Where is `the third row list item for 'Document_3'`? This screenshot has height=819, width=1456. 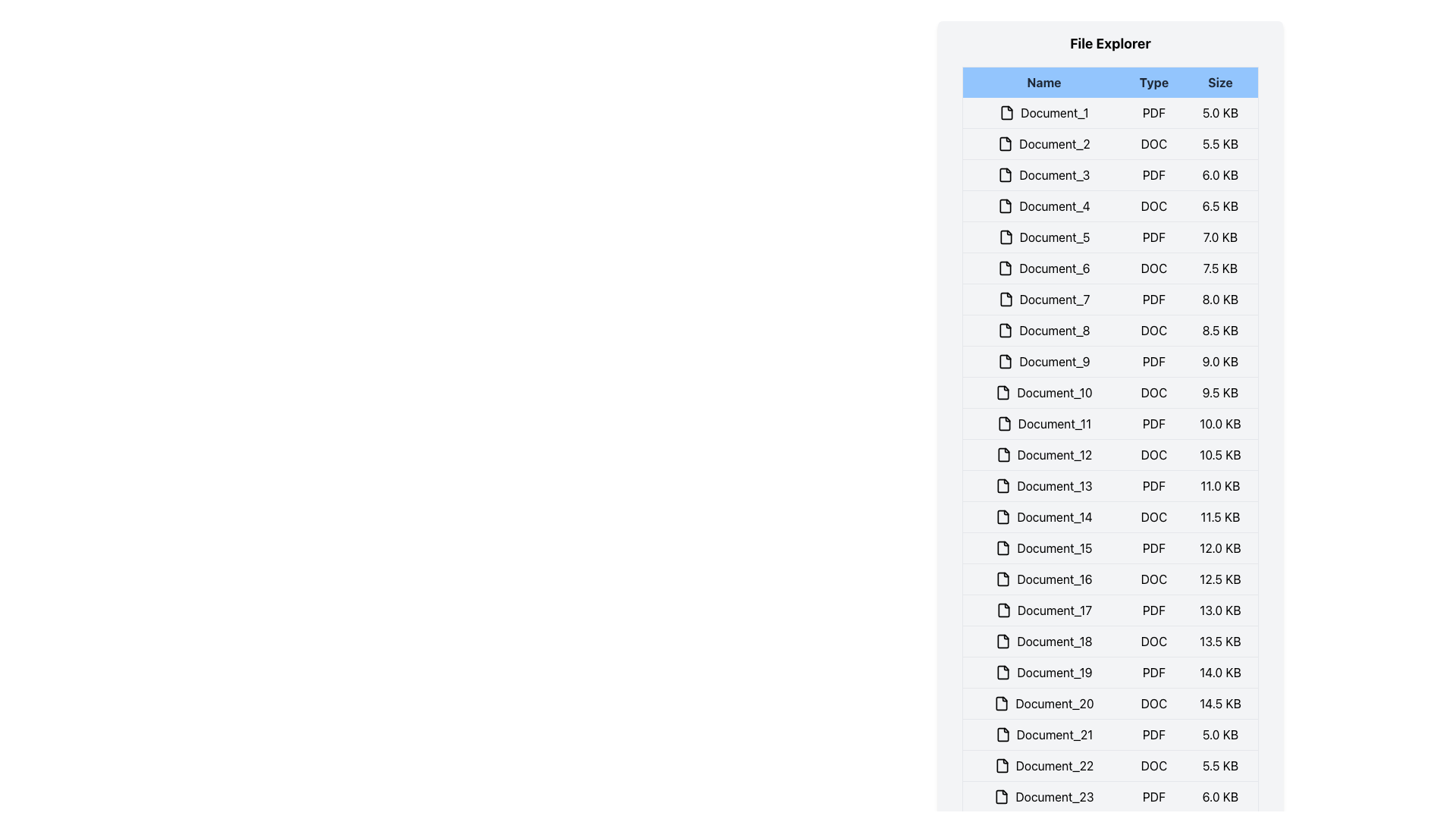
the third row list item for 'Document_3' is located at coordinates (1110, 174).